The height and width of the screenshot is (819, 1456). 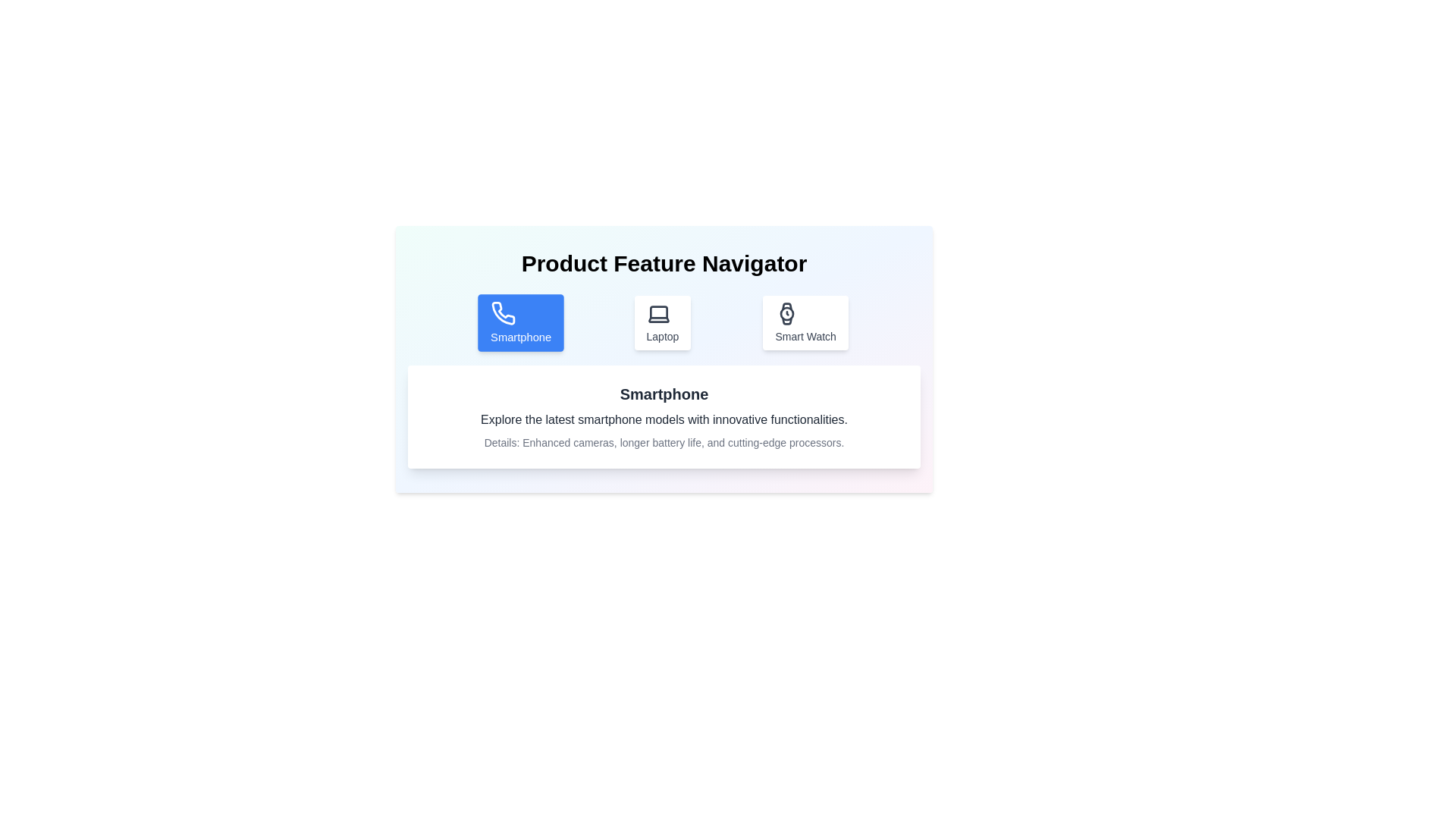 I want to click on the Laptop tab by clicking on the corresponding button, so click(x=662, y=322).